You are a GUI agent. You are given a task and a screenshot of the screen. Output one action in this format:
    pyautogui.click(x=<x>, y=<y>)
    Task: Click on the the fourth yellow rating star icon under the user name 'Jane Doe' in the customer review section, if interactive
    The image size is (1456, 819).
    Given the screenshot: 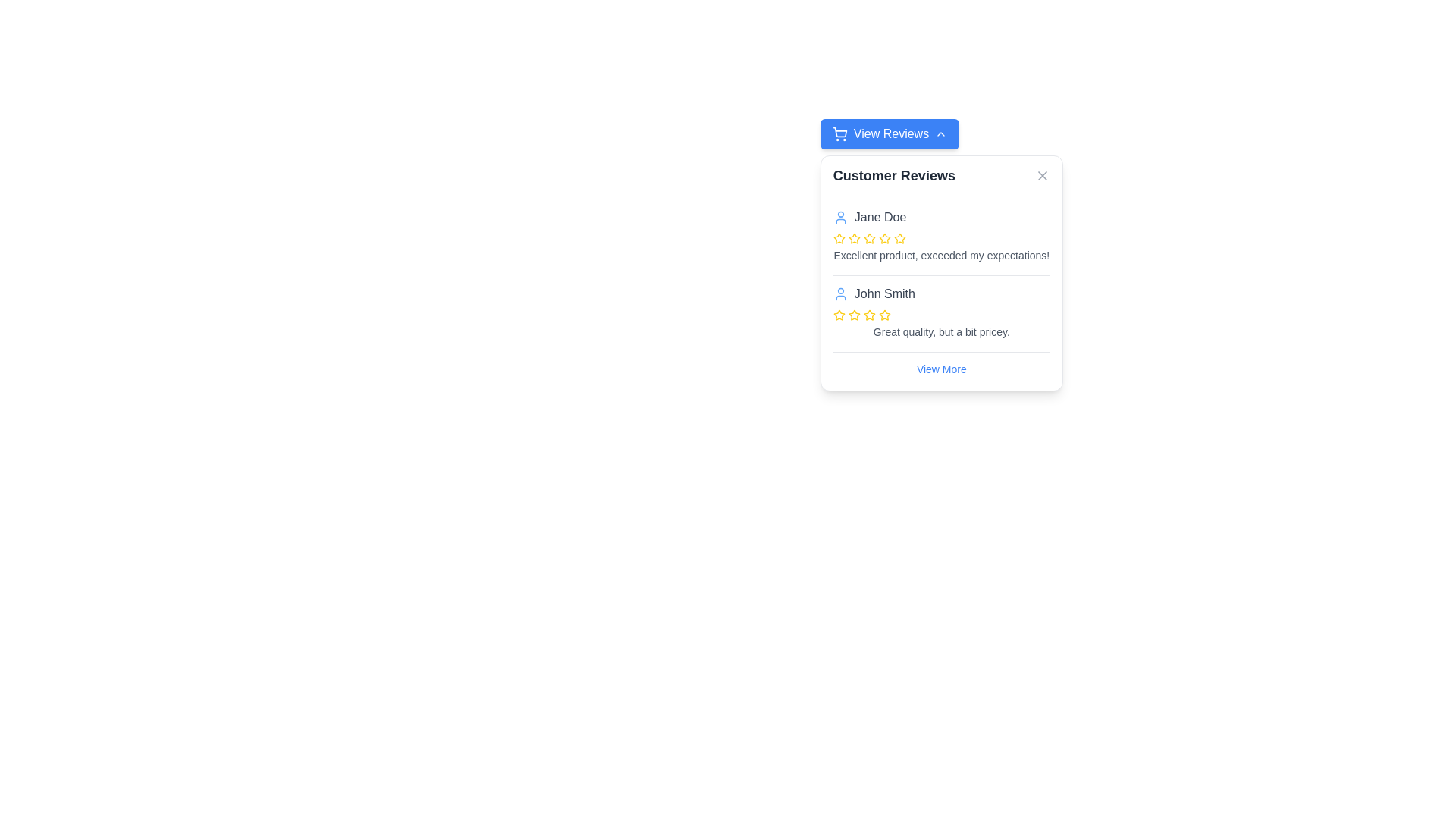 What is the action you would take?
    pyautogui.click(x=869, y=239)
    